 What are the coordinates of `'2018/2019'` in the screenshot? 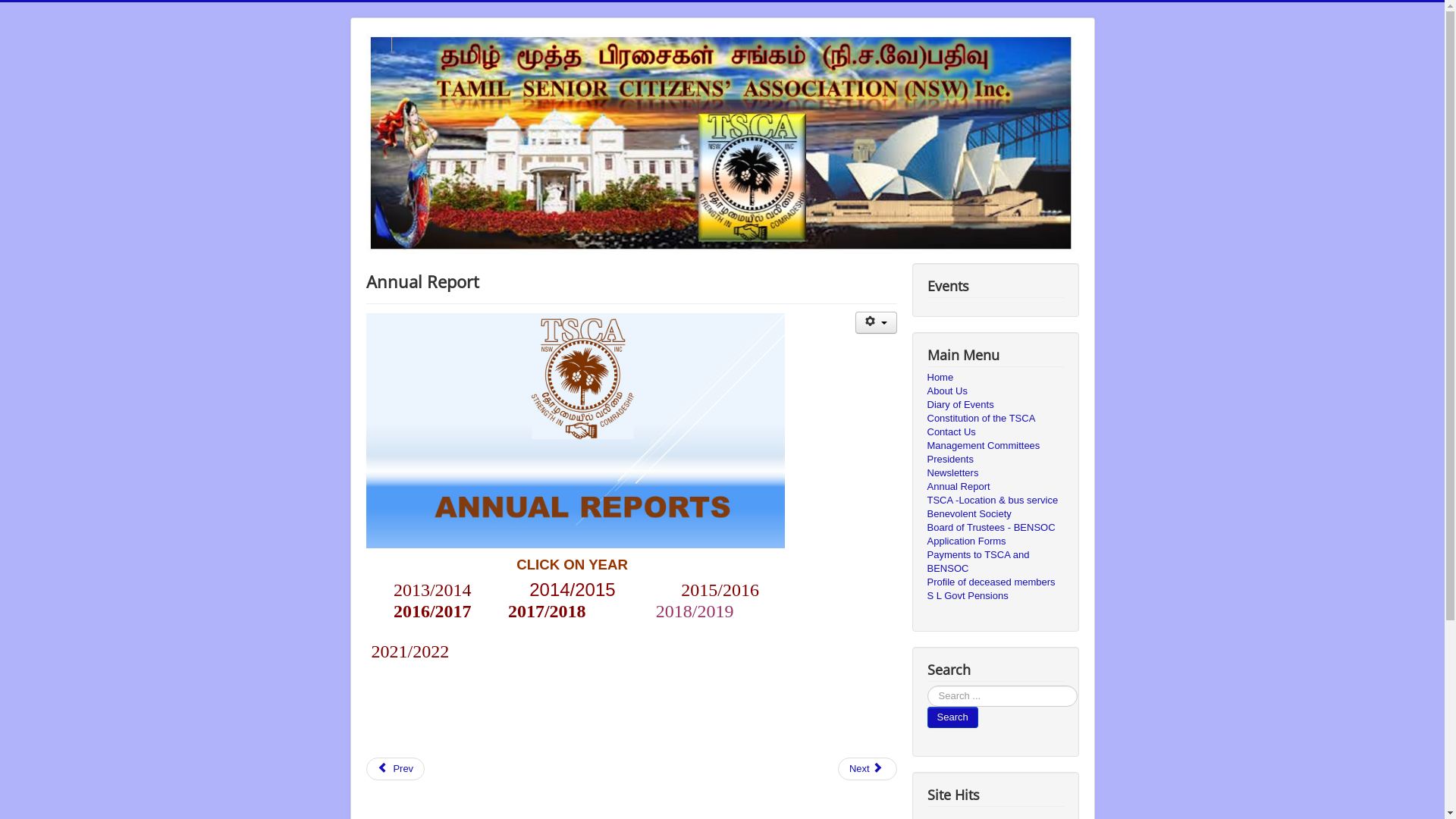 It's located at (694, 610).